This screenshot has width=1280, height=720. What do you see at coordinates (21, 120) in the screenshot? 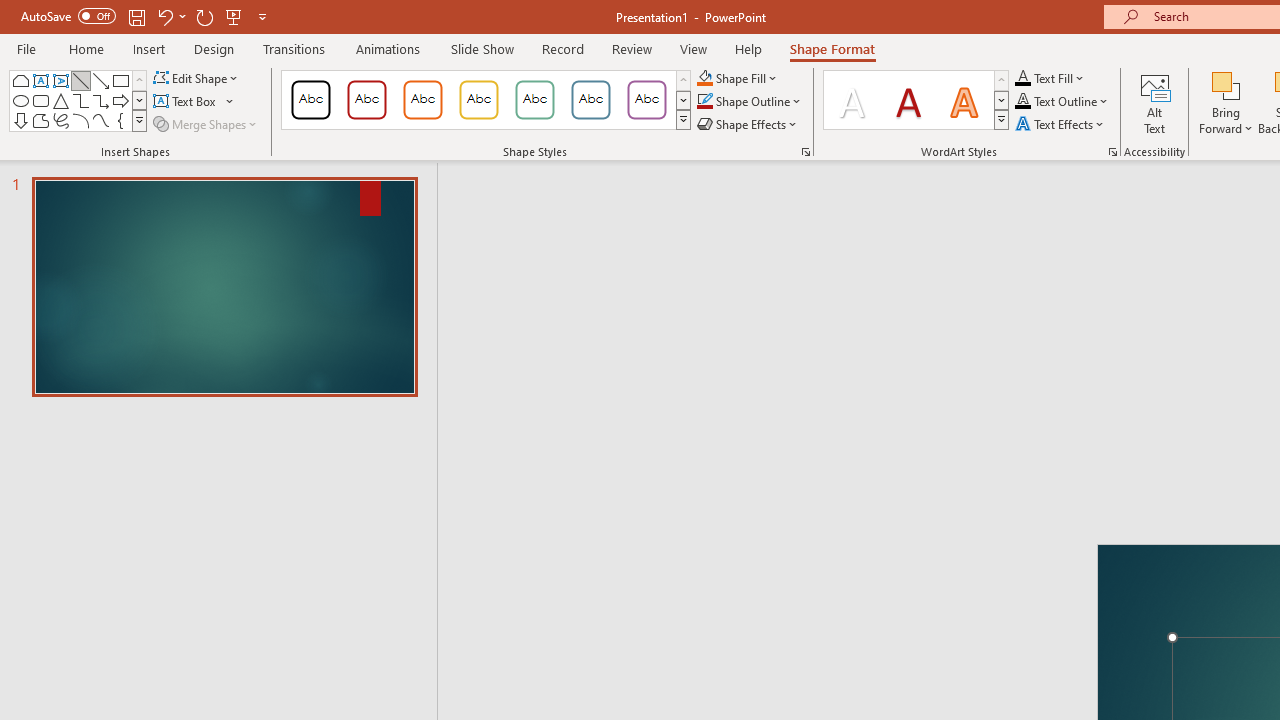
I see `'Arrow: Down'` at bounding box center [21, 120].